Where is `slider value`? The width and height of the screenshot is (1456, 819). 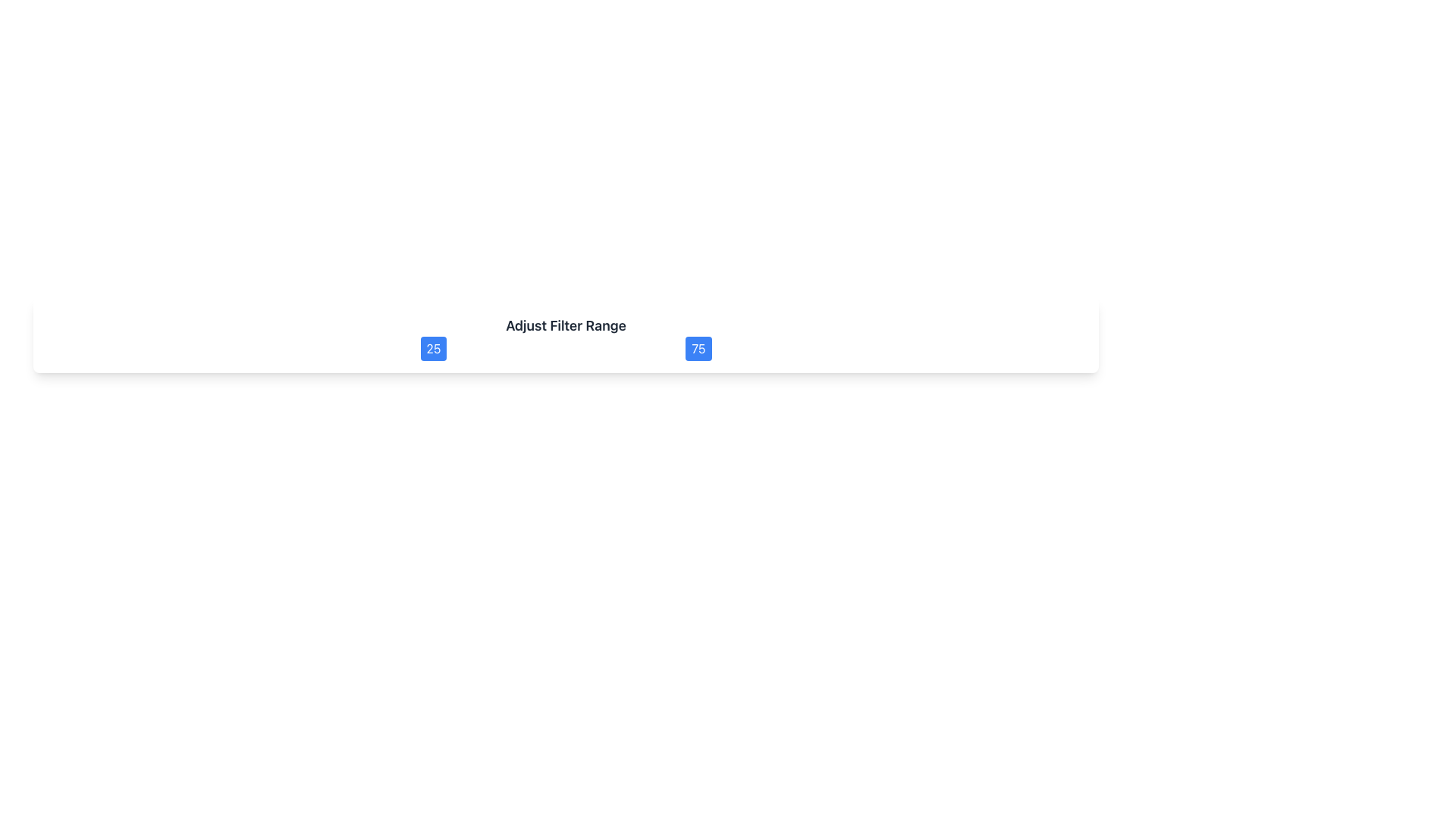 slider value is located at coordinates (604, 356).